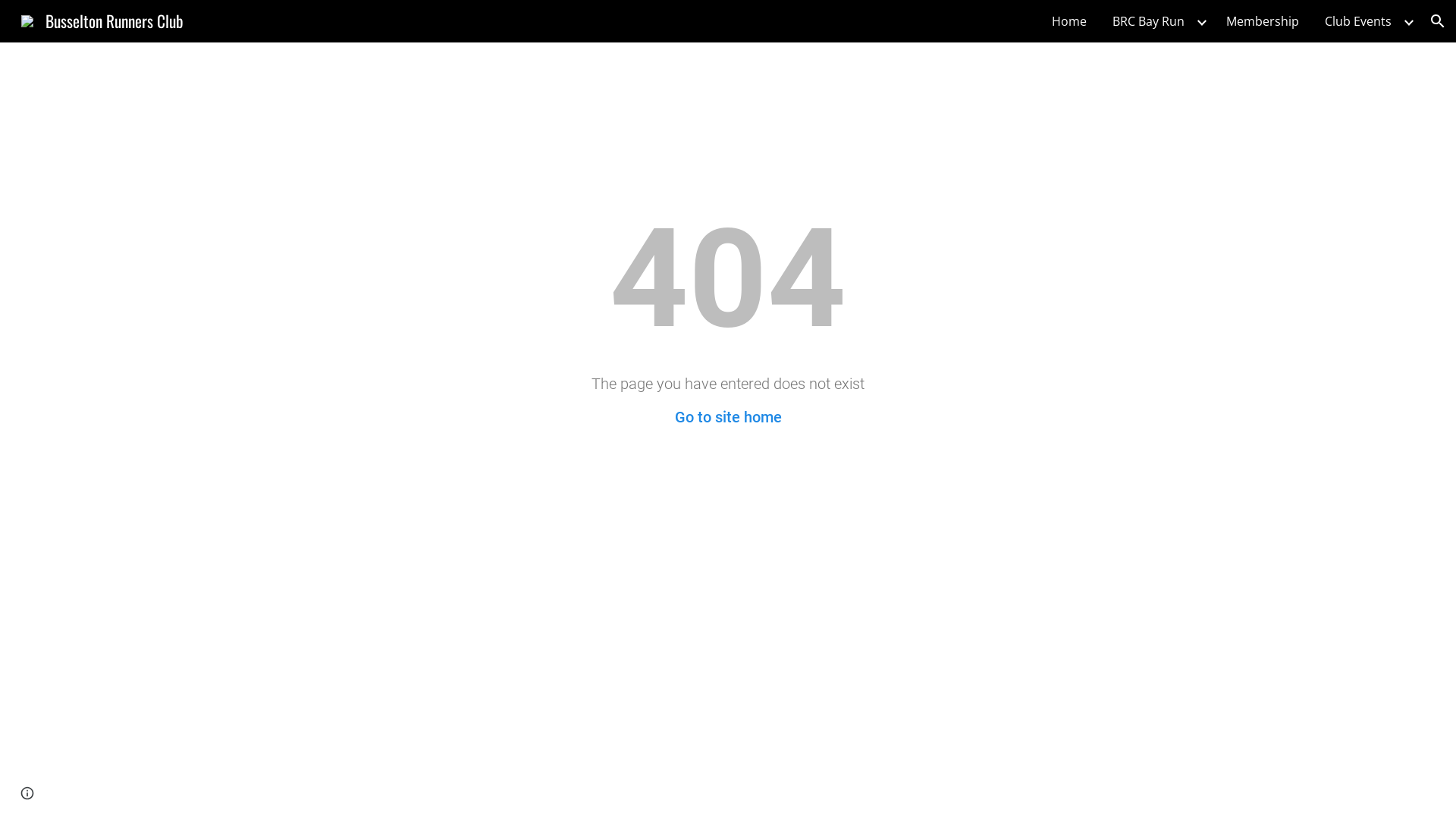 This screenshot has width=1456, height=819. Describe the element at coordinates (101, 18) in the screenshot. I see `'Busselton Runners Club'` at that location.